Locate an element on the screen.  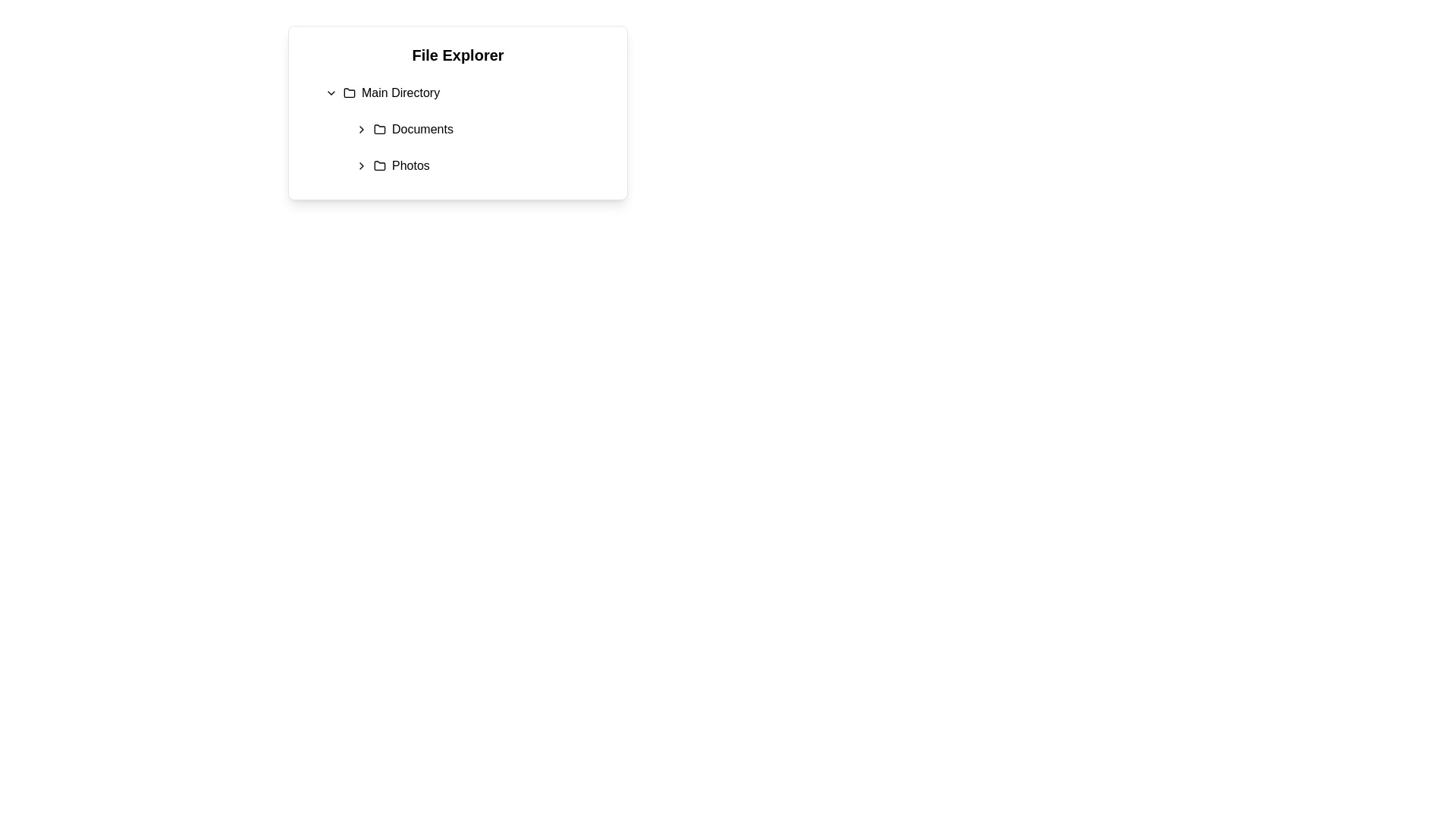
the Title/Heading element at the top of the file management interface, which indicates the current context or application section is located at coordinates (457, 55).